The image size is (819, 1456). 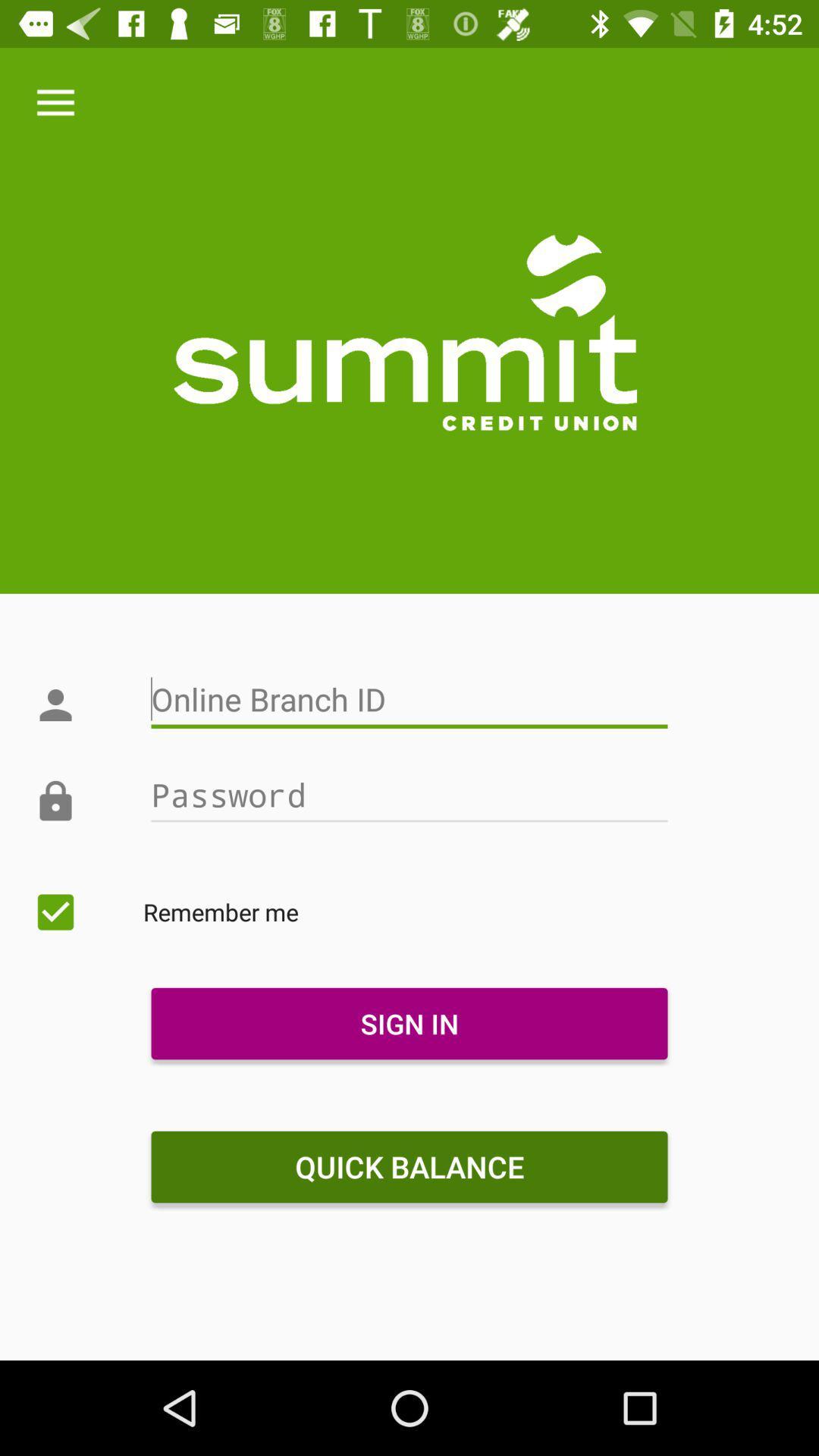 I want to click on the icon below remember me item, so click(x=409, y=1023).